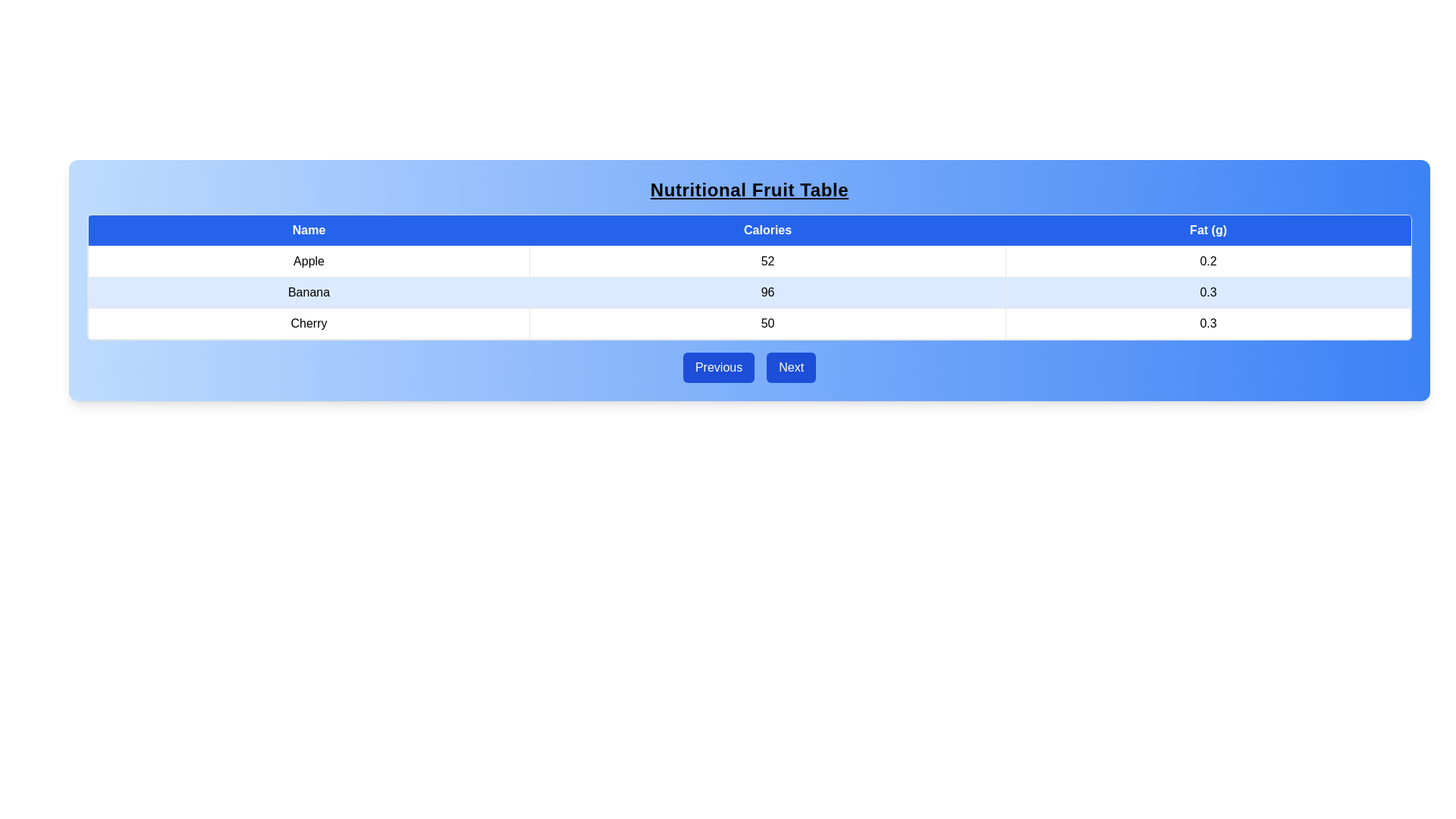  I want to click on the table cell displaying the name 'Banana' to focus on it, so click(308, 292).